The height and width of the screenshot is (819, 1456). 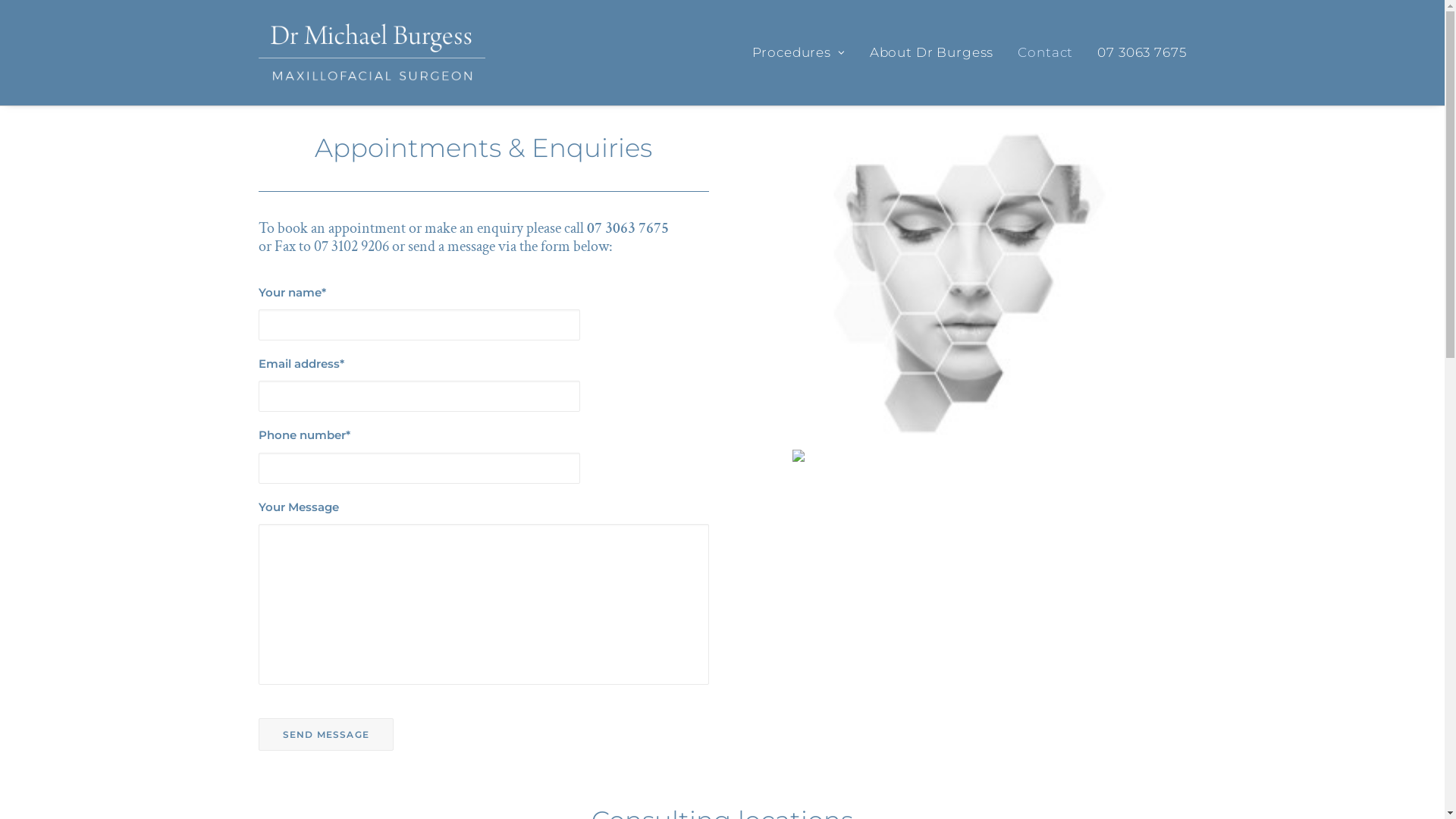 What do you see at coordinates (350, 245) in the screenshot?
I see `'07 3102 9206'` at bounding box center [350, 245].